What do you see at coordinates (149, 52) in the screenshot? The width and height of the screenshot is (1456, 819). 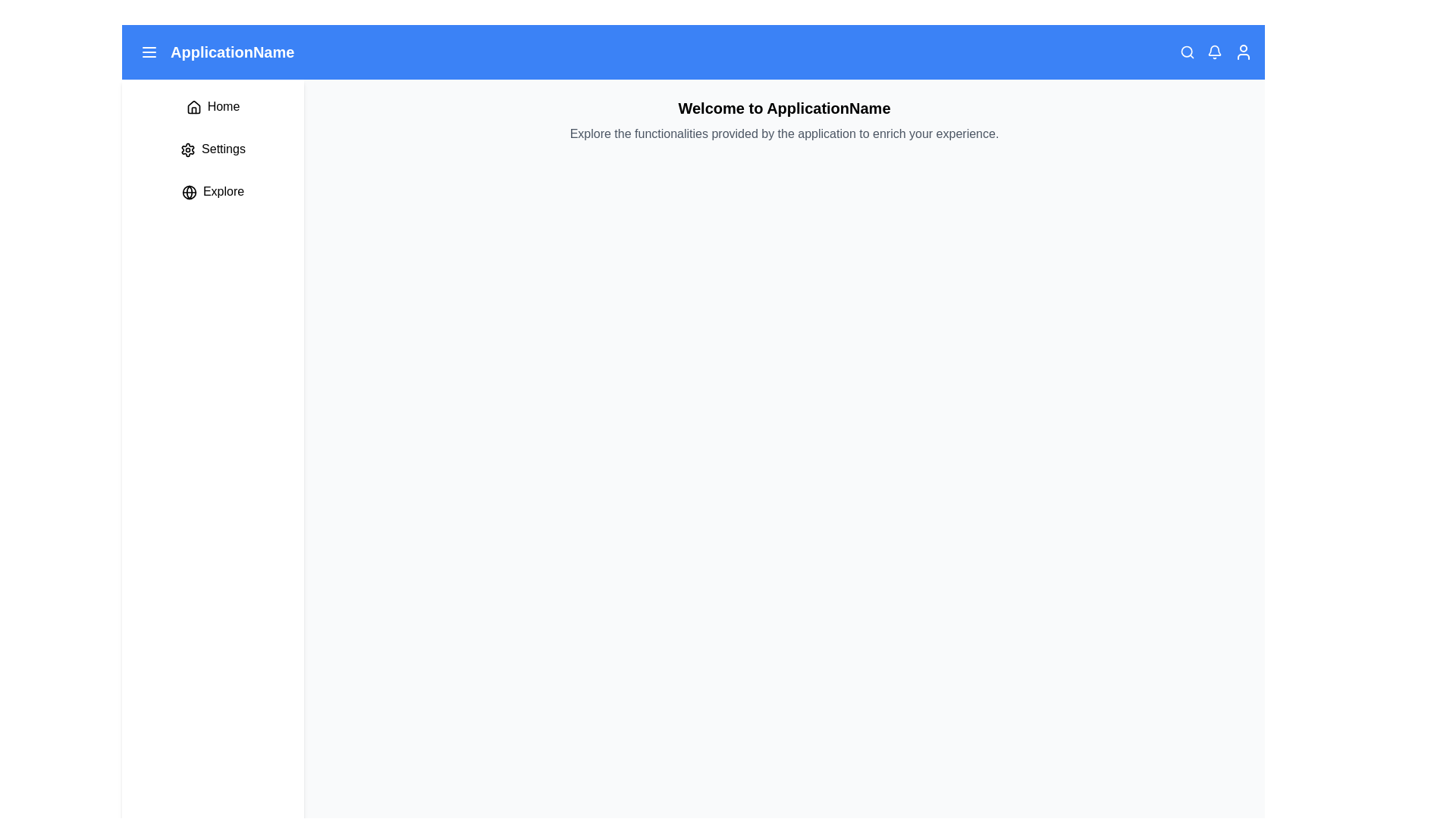 I see `the menu icon located in the blue navigation bar, positioned to the left of 'ApplicationName'` at bounding box center [149, 52].